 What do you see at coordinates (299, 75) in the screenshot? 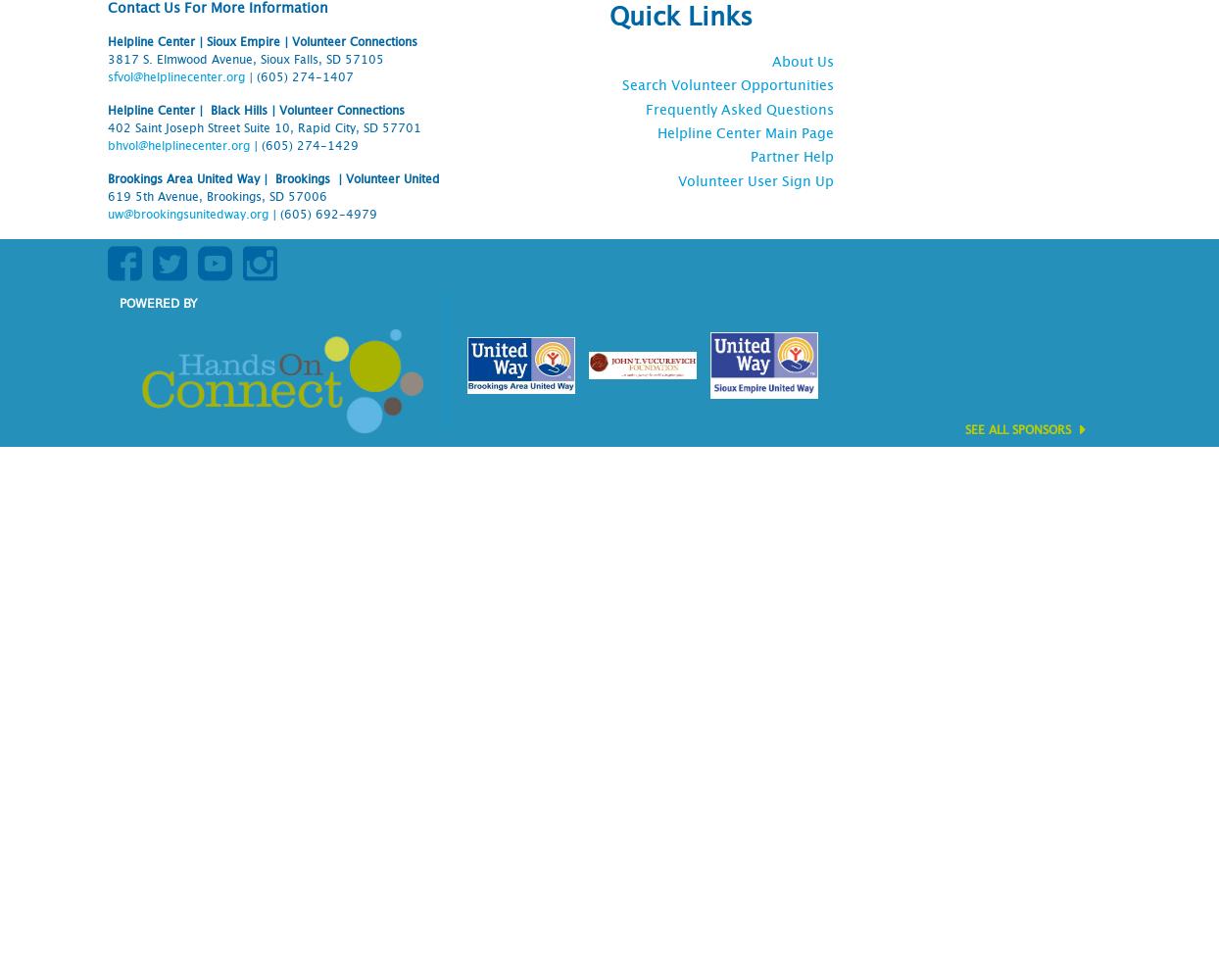
I see `'| (605) 274-1407'` at bounding box center [299, 75].